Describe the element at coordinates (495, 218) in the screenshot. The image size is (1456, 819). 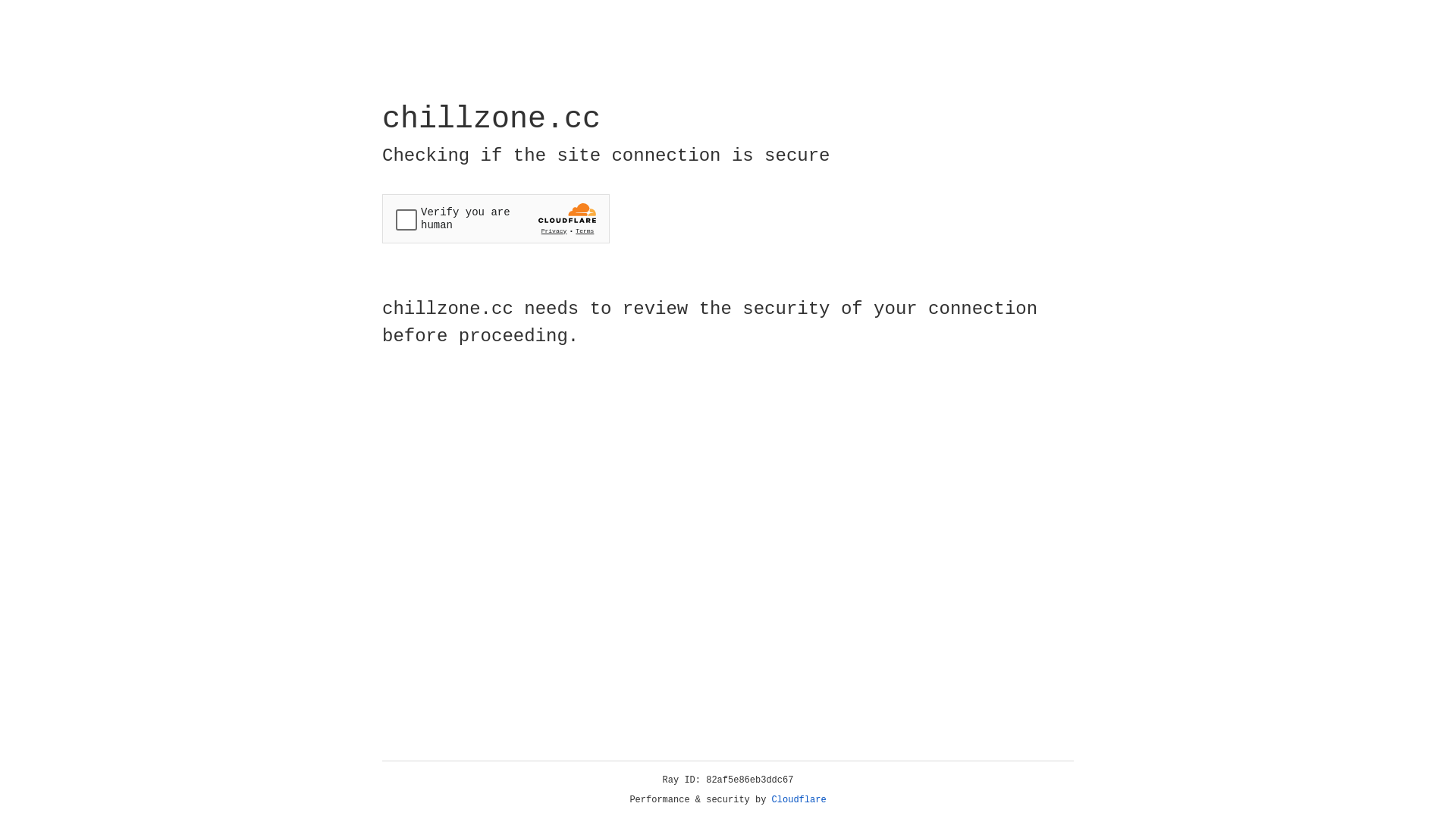
I see `'Widget containing a Cloudflare security challenge'` at that location.